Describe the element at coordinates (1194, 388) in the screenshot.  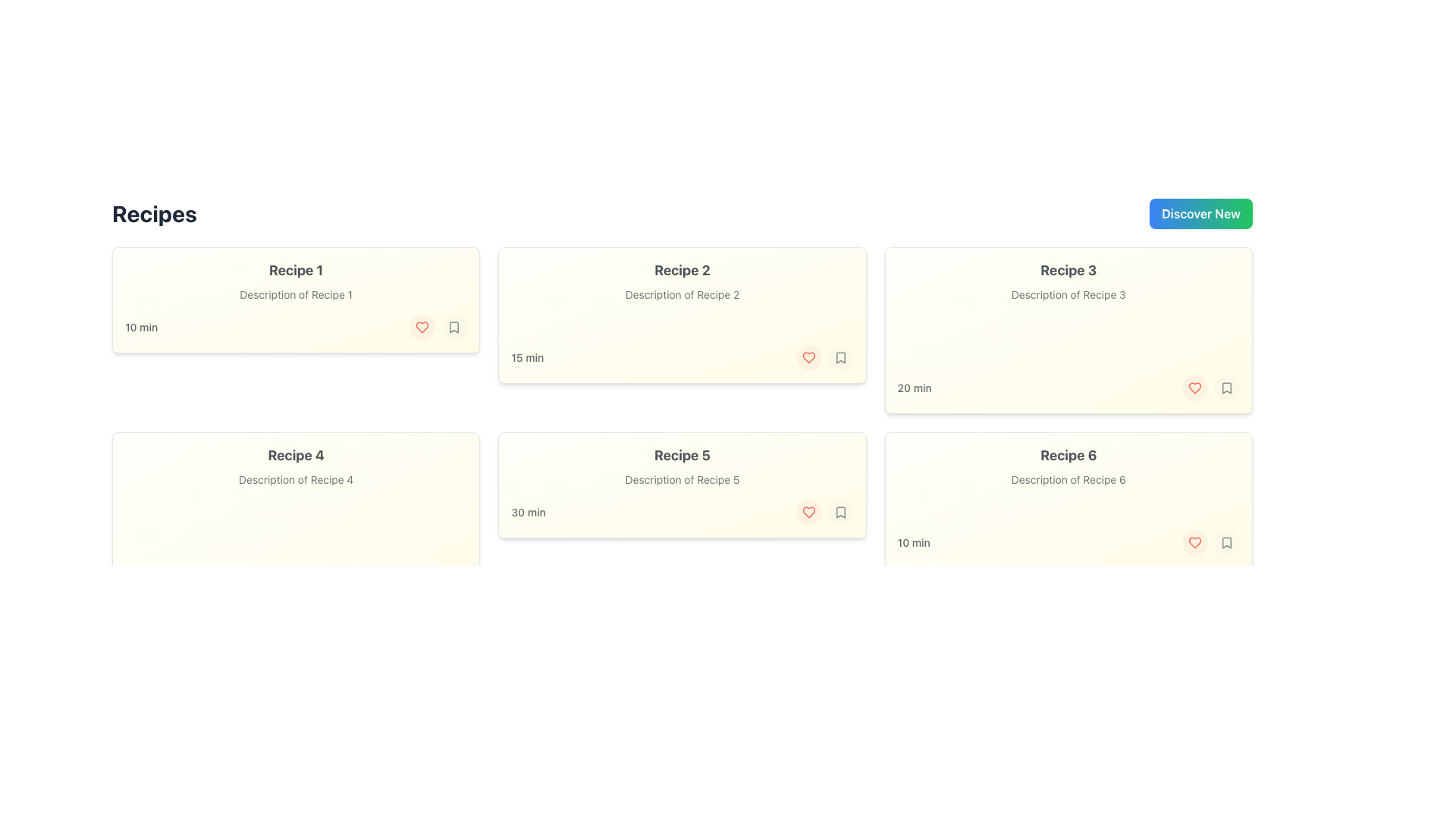
I see `the 'favorite' button located in the bottom-right corner of the third recipe card labeled 'Recipe 3'` at that location.